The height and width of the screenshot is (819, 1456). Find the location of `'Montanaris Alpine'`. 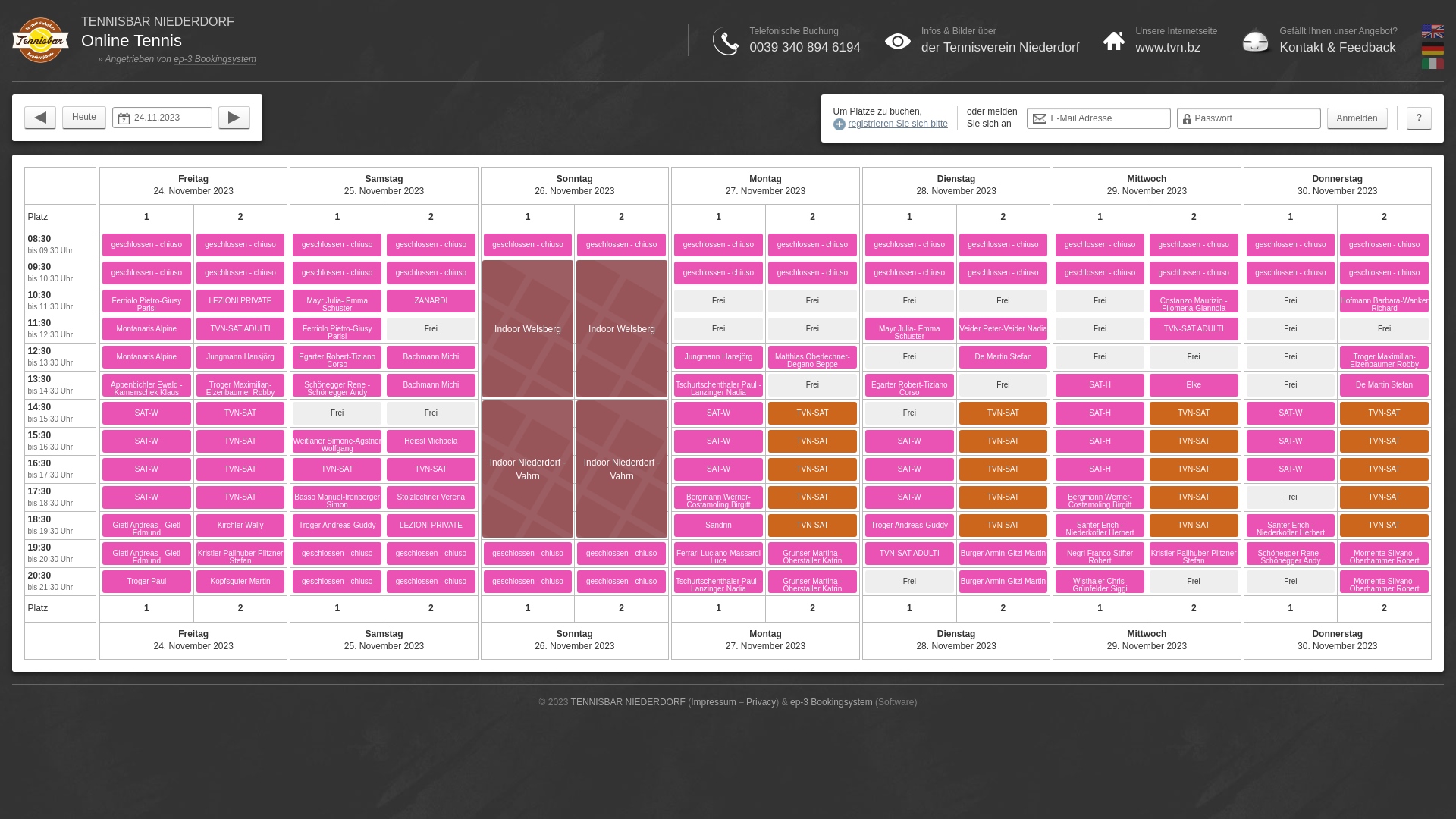

'Montanaris Alpine' is located at coordinates (146, 328).